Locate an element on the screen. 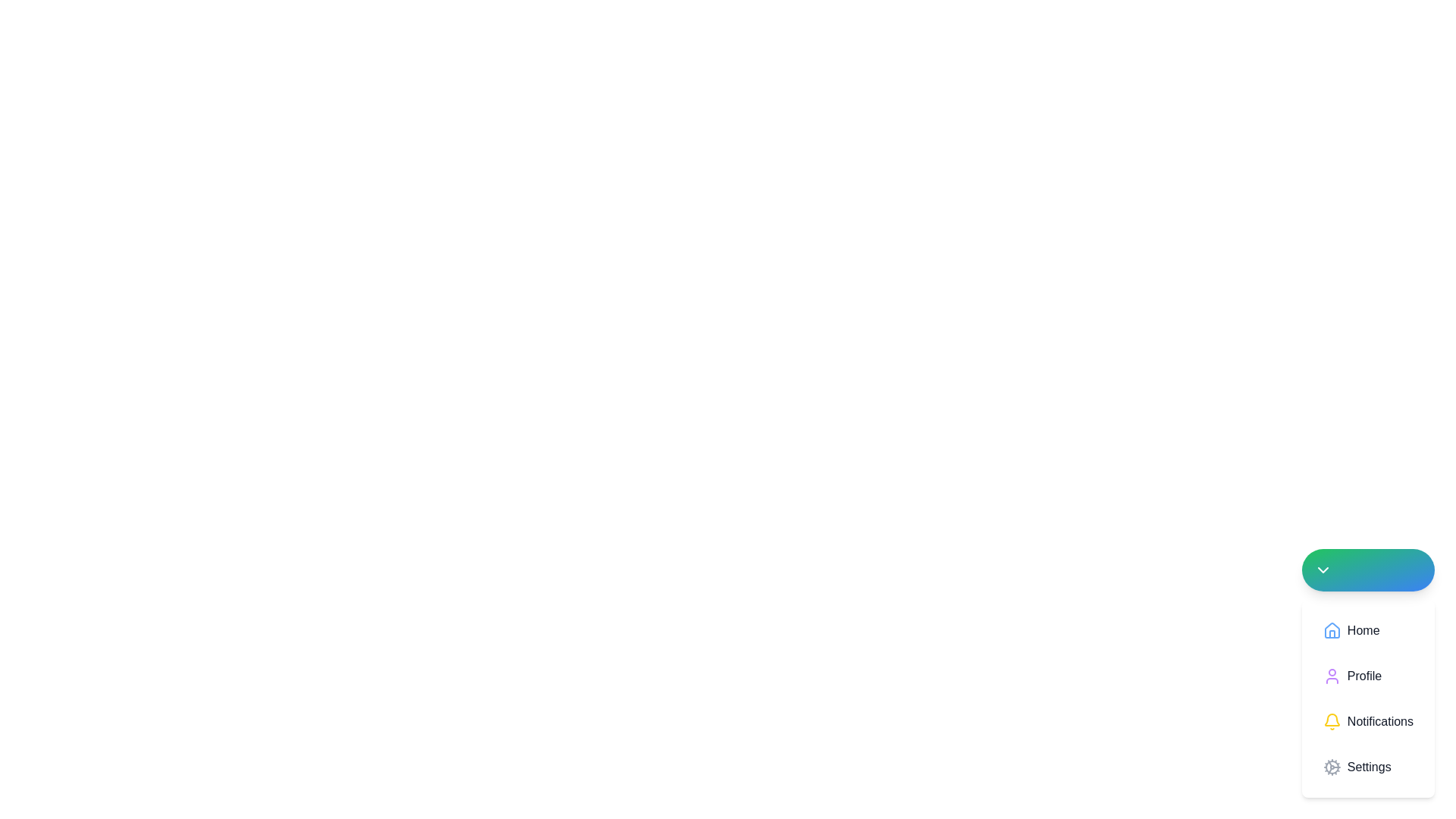  the 'Notifications' button, which is a horizontal button with a yellow bell icon and rounded corners, located in the dropdown menu below 'Profile' and above 'Settings' is located at coordinates (1368, 721).